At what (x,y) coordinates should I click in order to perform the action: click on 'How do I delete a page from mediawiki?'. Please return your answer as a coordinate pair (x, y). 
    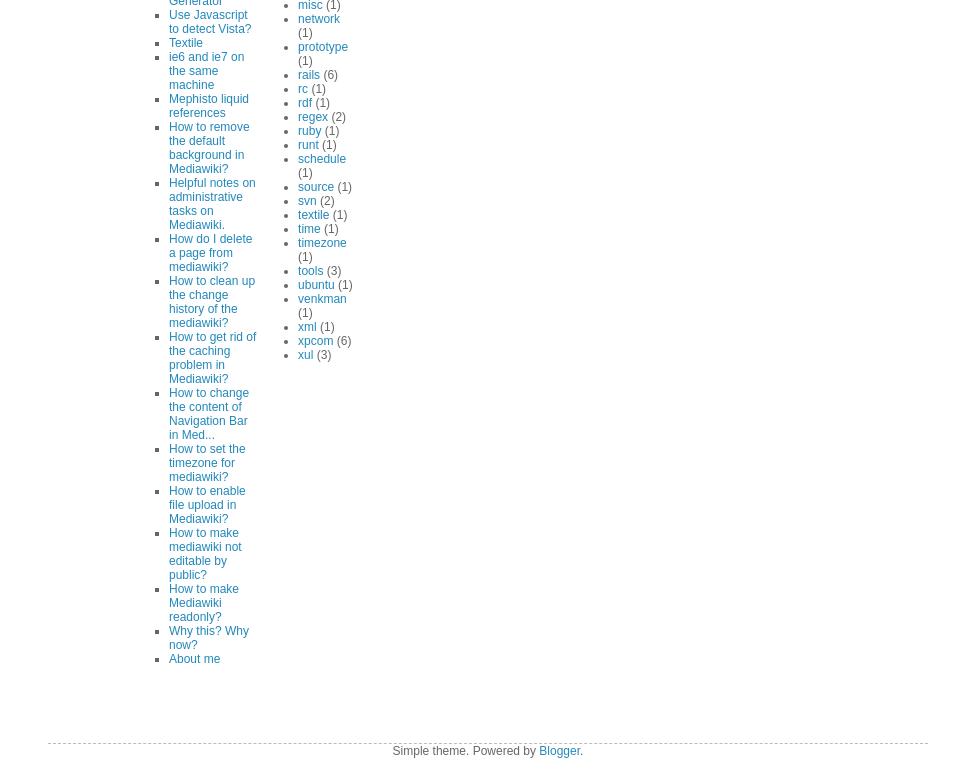
    Looking at the image, I should click on (209, 250).